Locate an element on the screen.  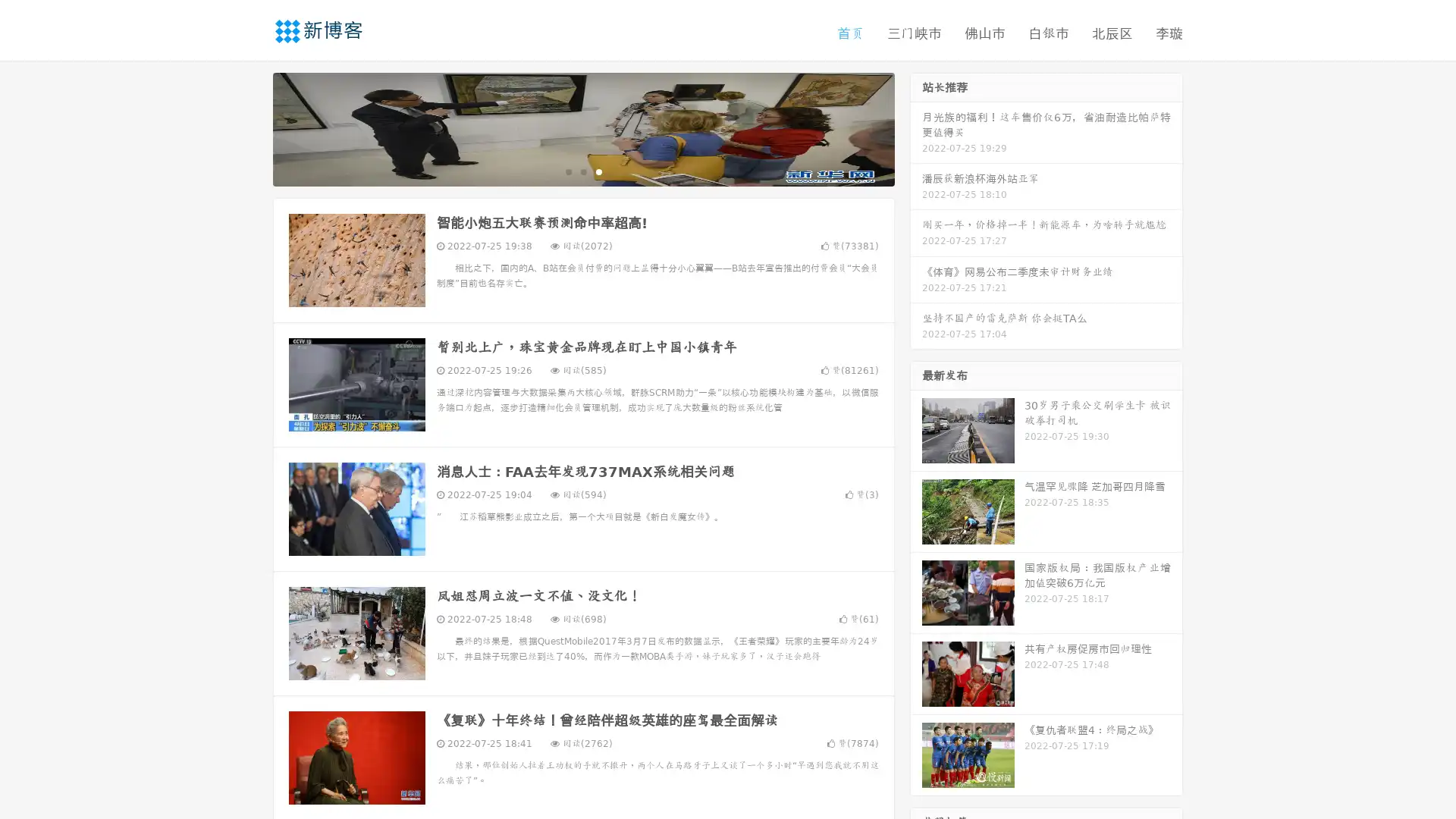
Previous slide is located at coordinates (250, 127).